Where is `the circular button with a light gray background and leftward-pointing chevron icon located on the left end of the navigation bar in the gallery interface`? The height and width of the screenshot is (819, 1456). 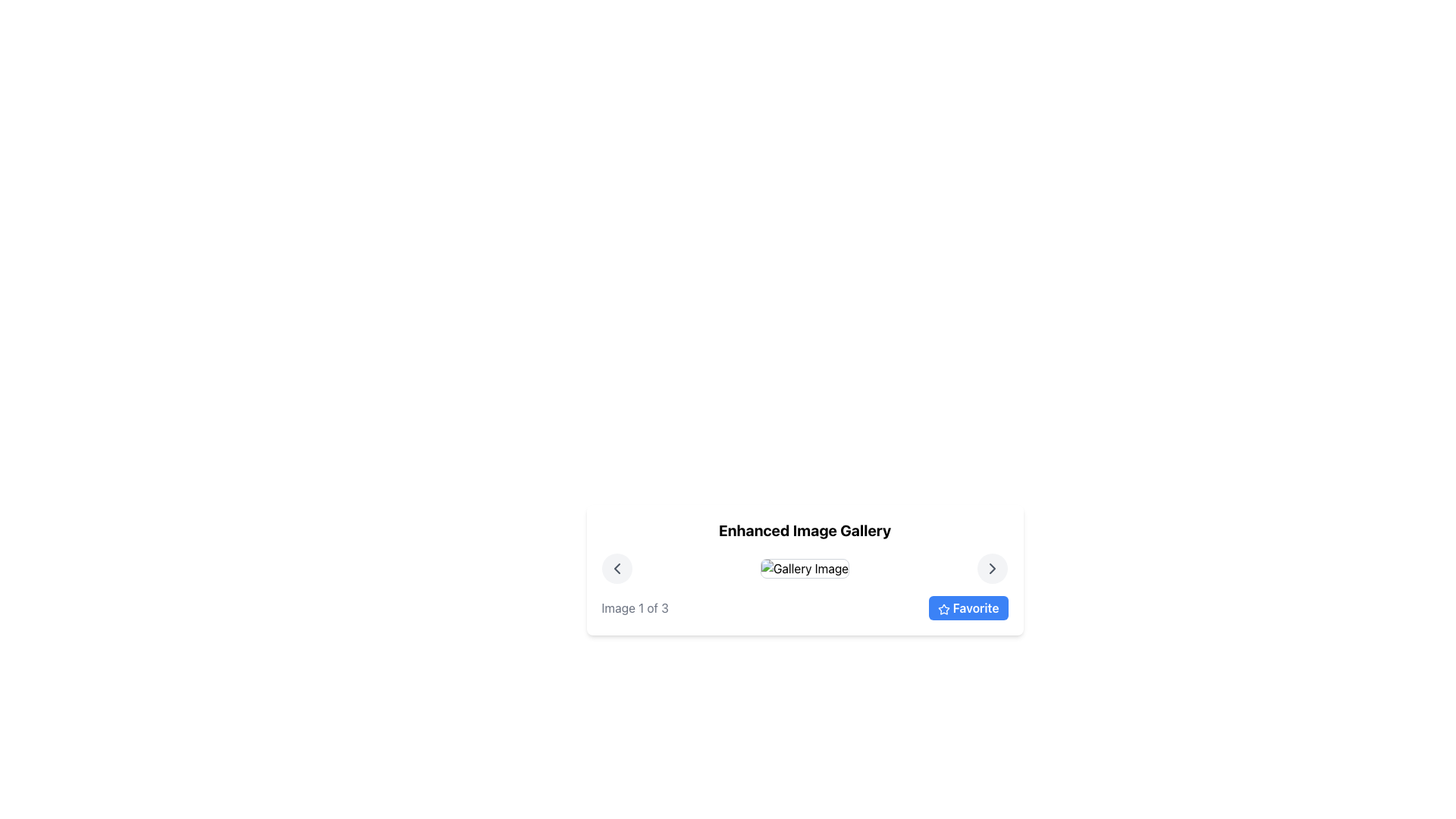 the circular button with a light gray background and leftward-pointing chevron icon located on the left end of the navigation bar in the gallery interface is located at coordinates (617, 568).